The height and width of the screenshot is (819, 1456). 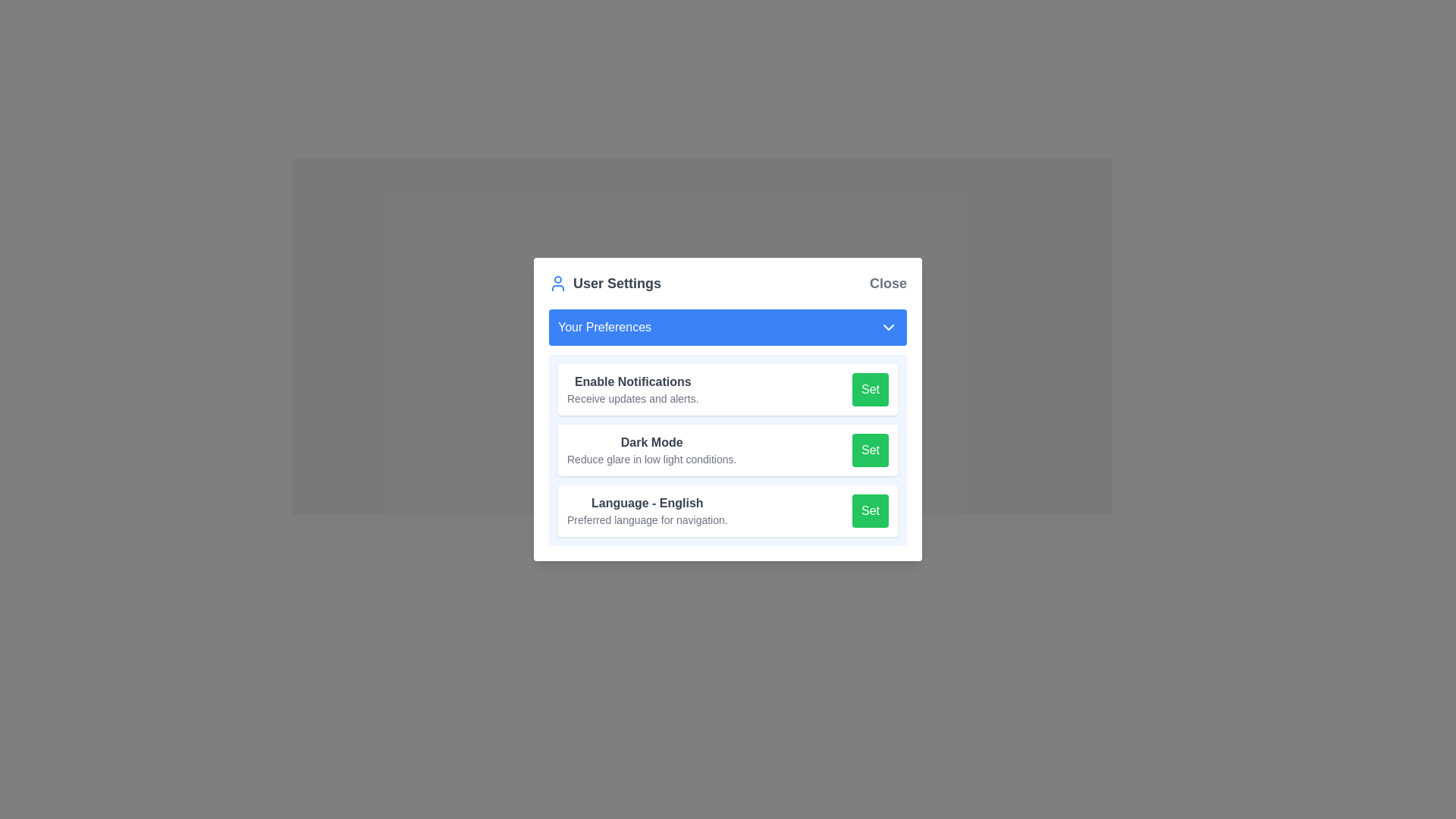 What do you see at coordinates (647, 519) in the screenshot?
I see `text label displaying 'Preferred language for navigation.' located below the 'Language - English' label in the settings panel` at bounding box center [647, 519].